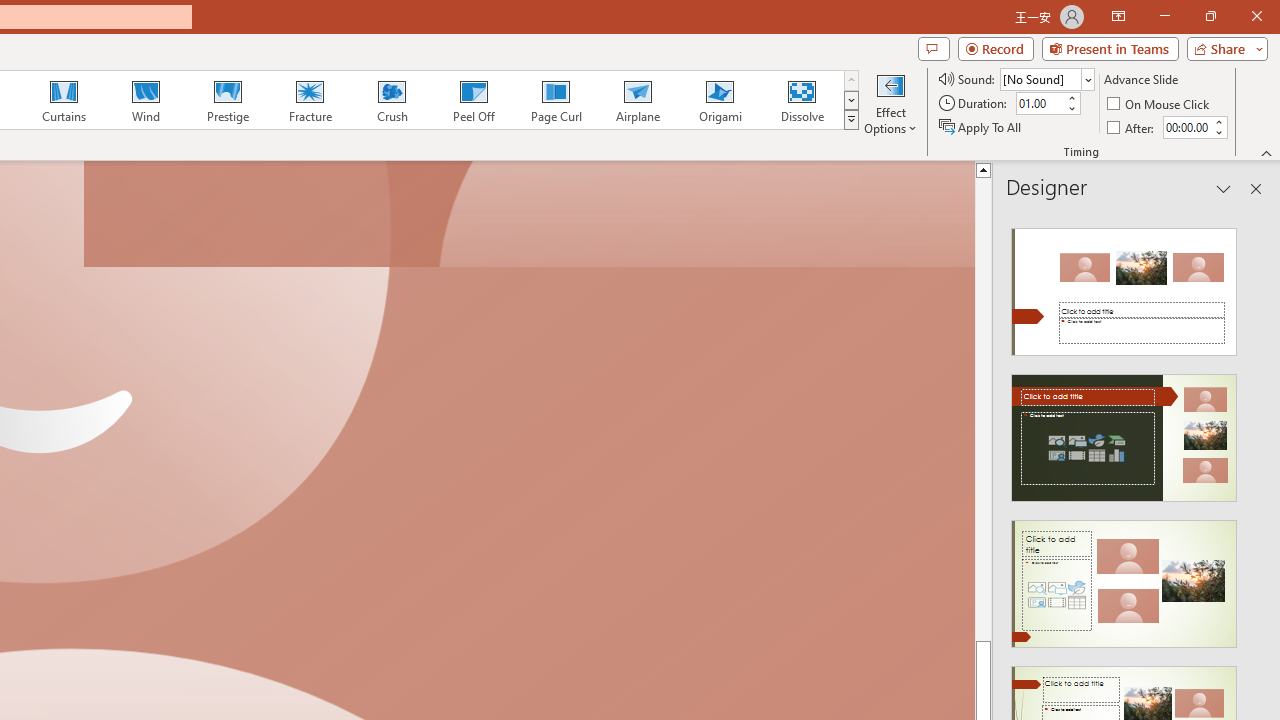  What do you see at coordinates (1164, 16) in the screenshot?
I see `'Minimize'` at bounding box center [1164, 16].